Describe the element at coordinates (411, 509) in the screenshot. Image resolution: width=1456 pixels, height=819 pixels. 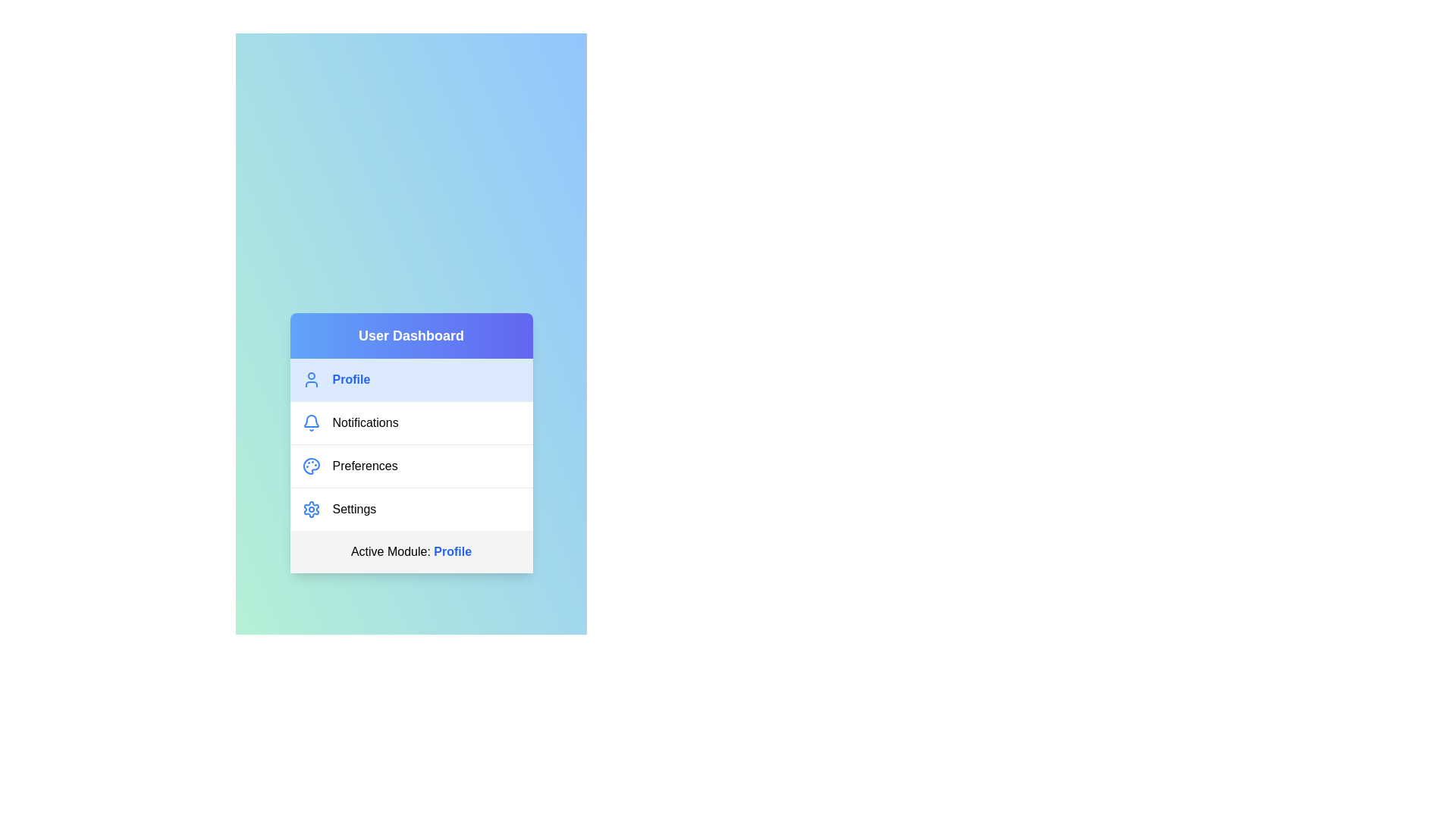
I see `the menu item corresponding to Settings` at that location.